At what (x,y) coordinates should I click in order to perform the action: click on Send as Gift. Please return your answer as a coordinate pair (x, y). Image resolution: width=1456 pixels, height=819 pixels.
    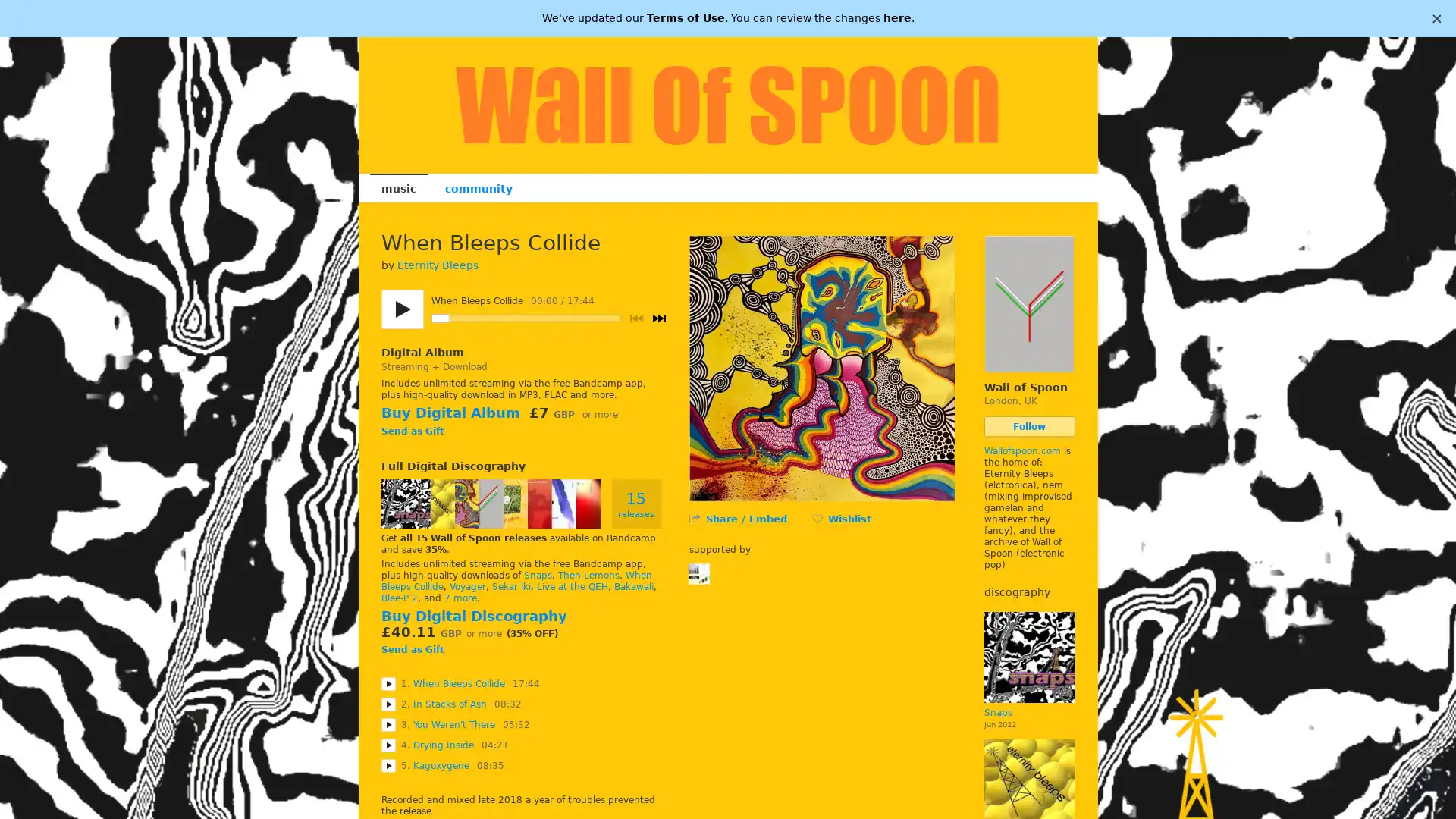
    Looking at the image, I should click on (412, 432).